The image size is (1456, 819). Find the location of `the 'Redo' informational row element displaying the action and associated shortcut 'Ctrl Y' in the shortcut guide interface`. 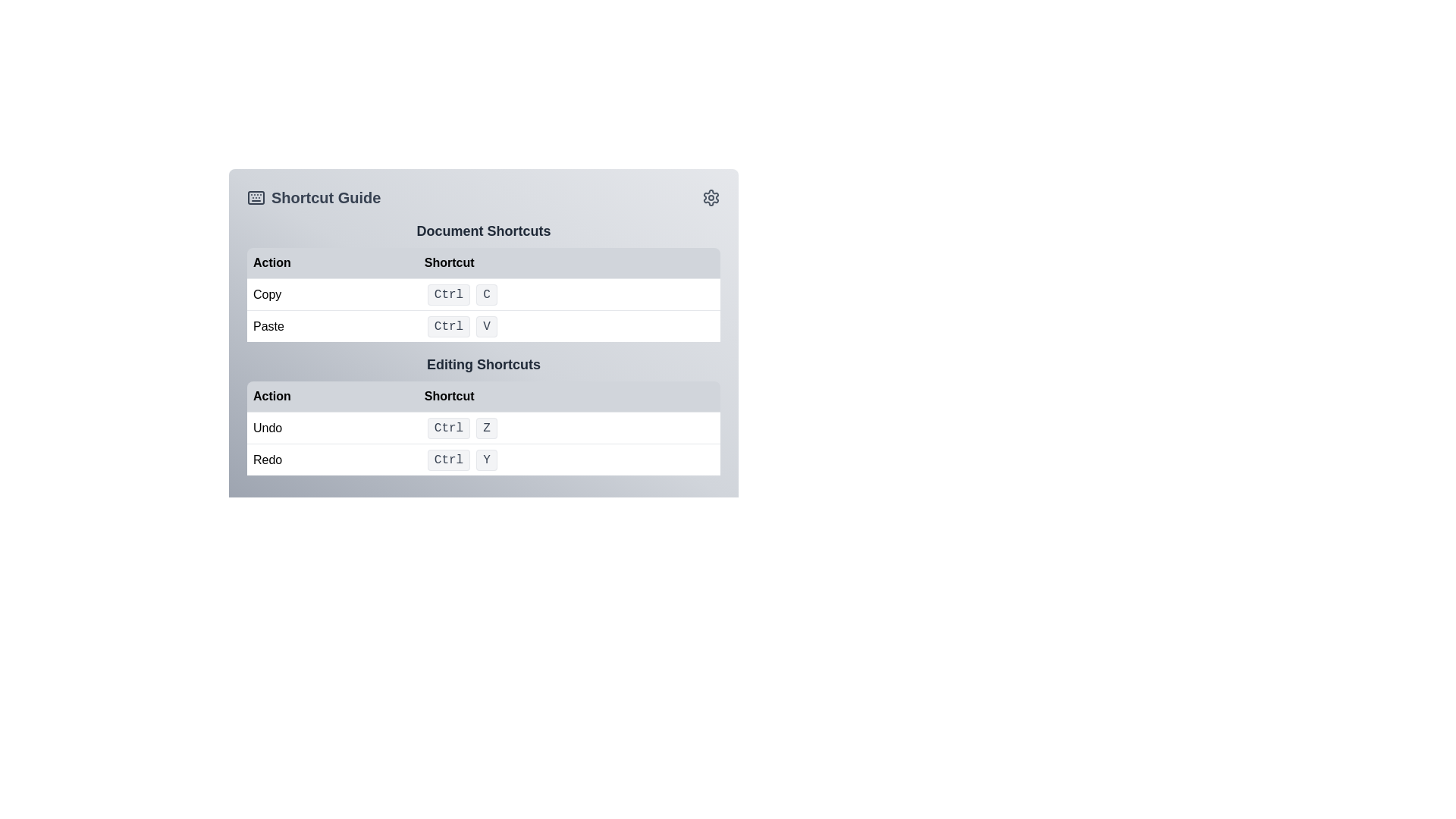

the 'Redo' informational row element displaying the action and associated shortcut 'Ctrl Y' in the shortcut guide interface is located at coordinates (483, 458).